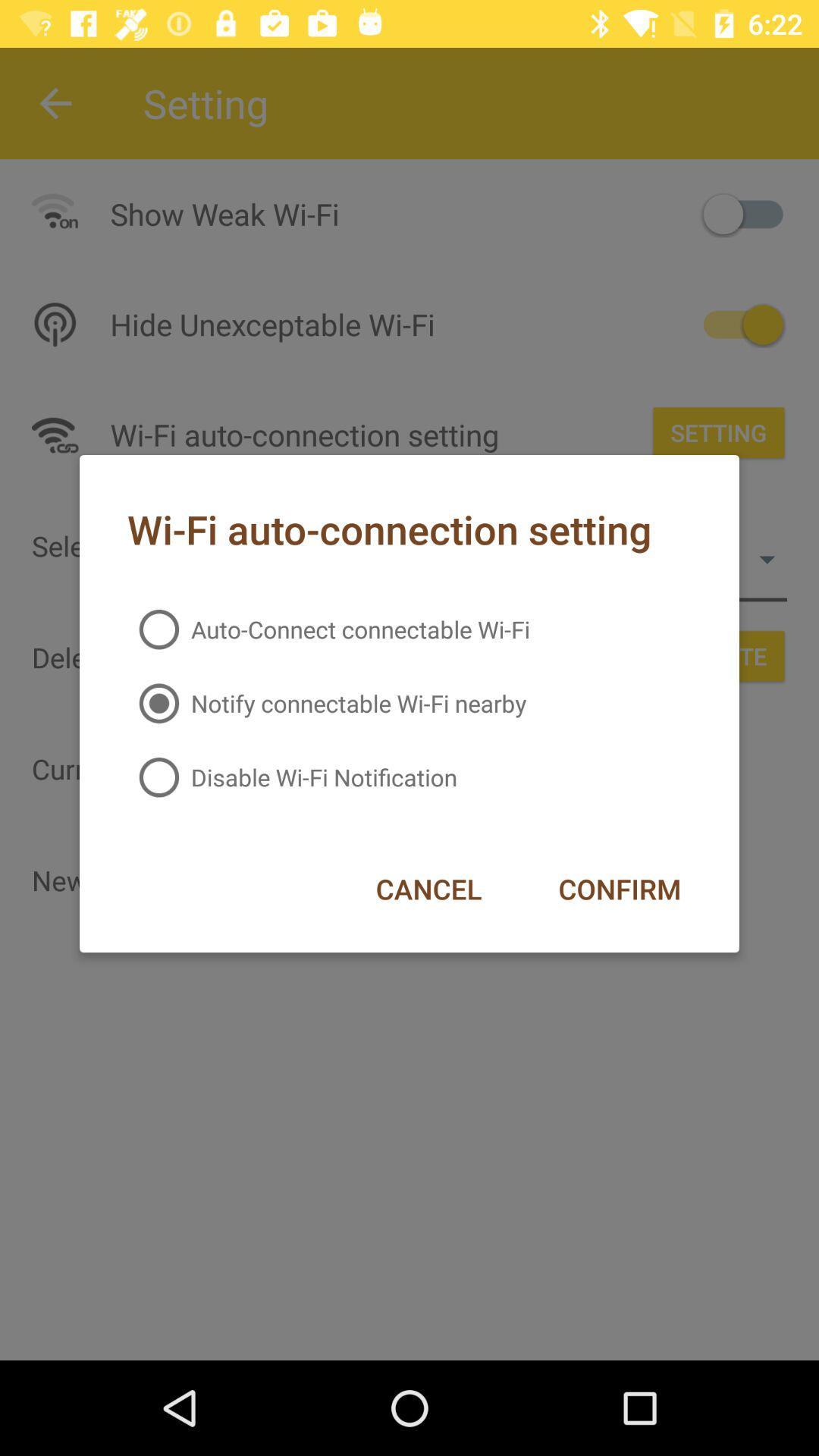  What do you see at coordinates (620, 889) in the screenshot?
I see `item on the right` at bounding box center [620, 889].